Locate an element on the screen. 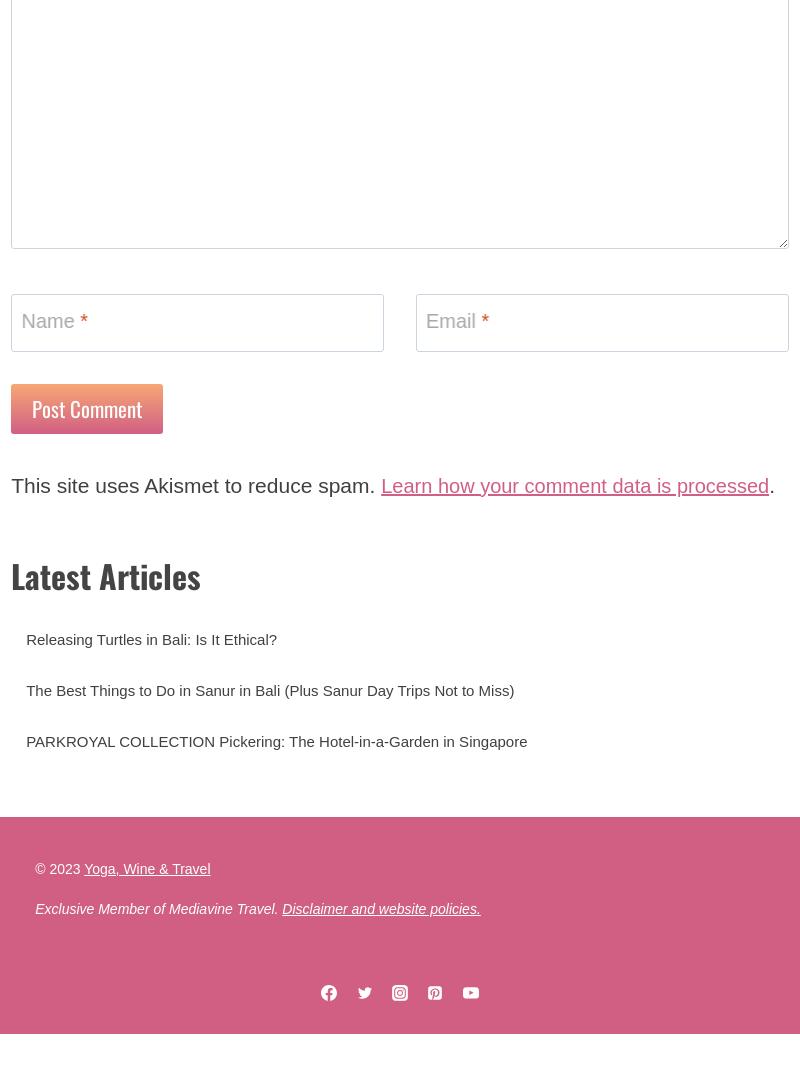  'Name' is located at coordinates (51, 335).